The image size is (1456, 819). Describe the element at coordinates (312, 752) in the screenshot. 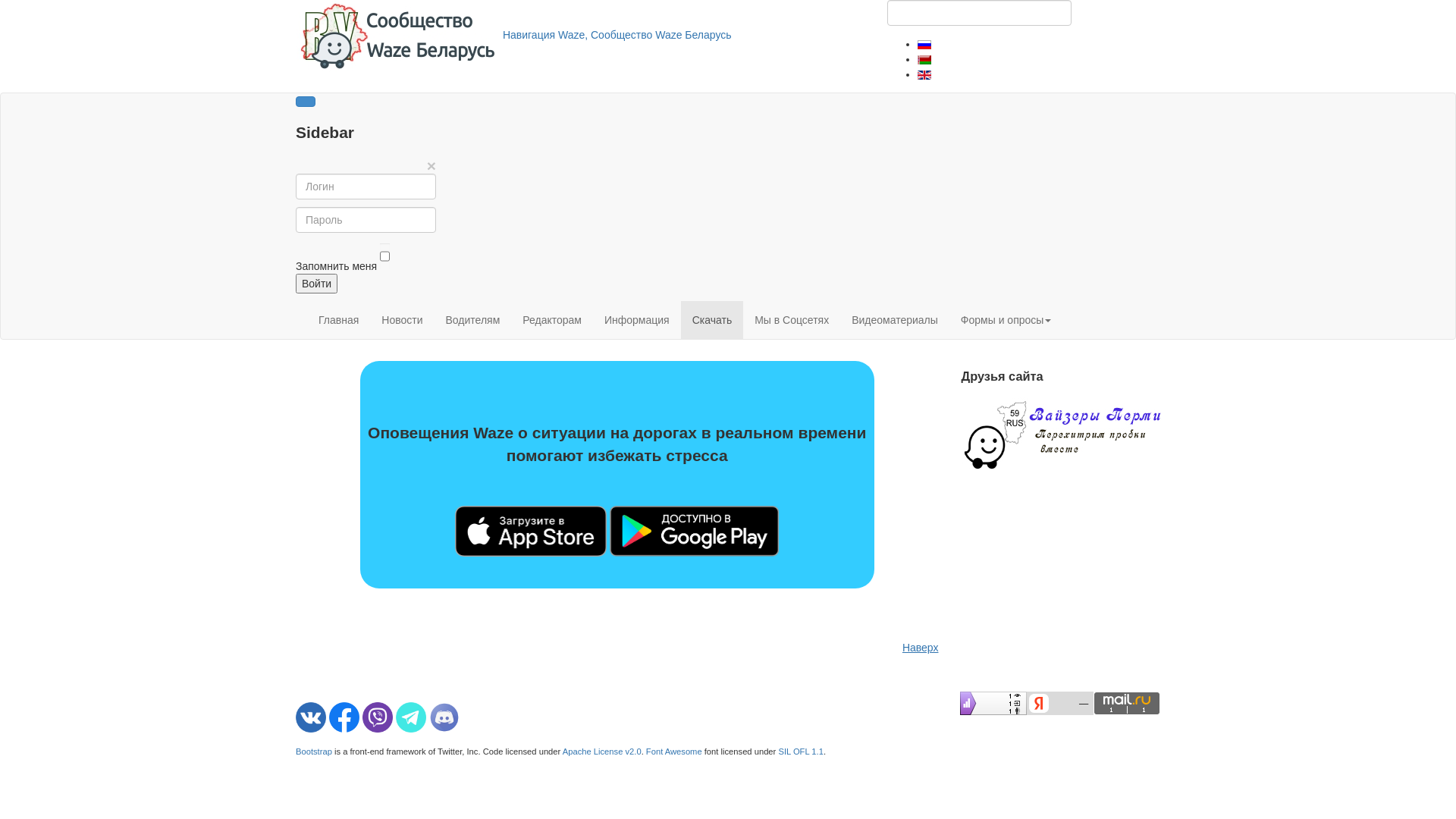

I see `'Bootstrap'` at that location.